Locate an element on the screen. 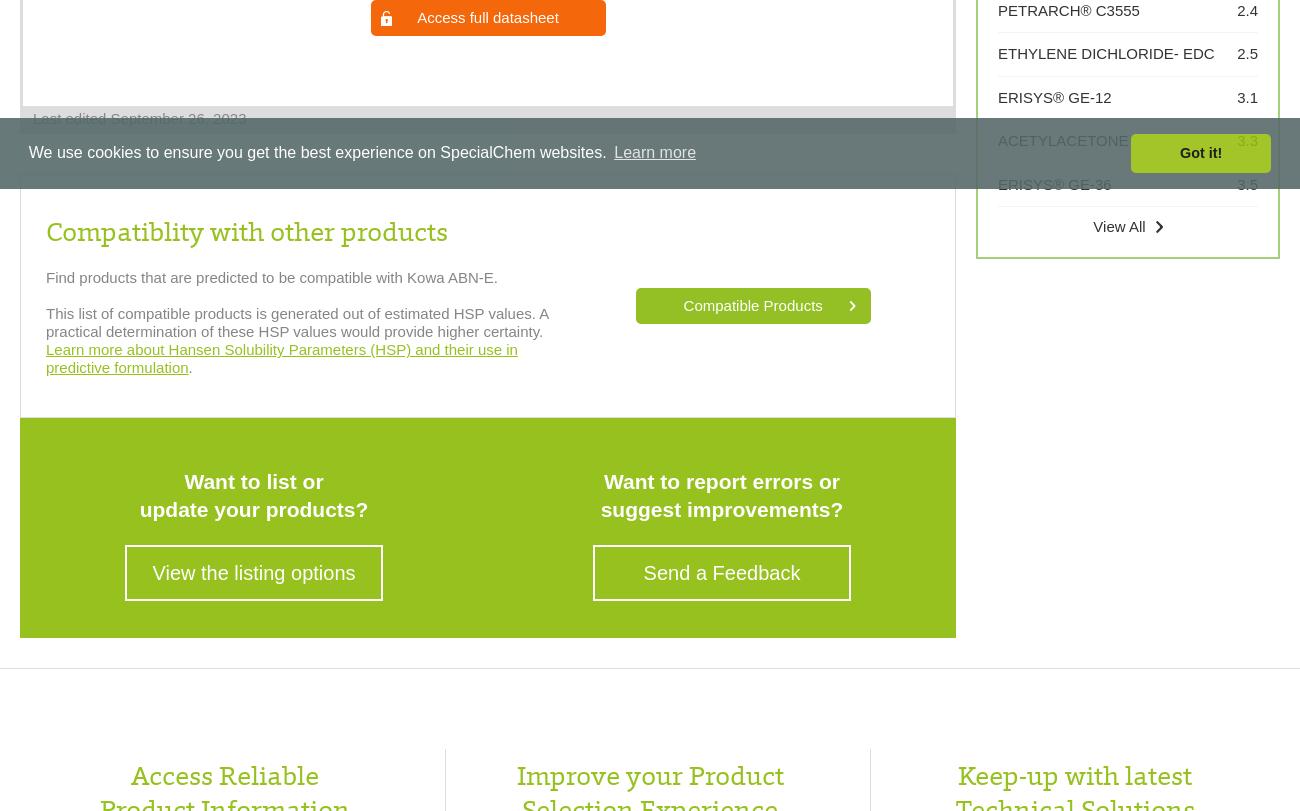  'Learn more' is located at coordinates (653, 152).